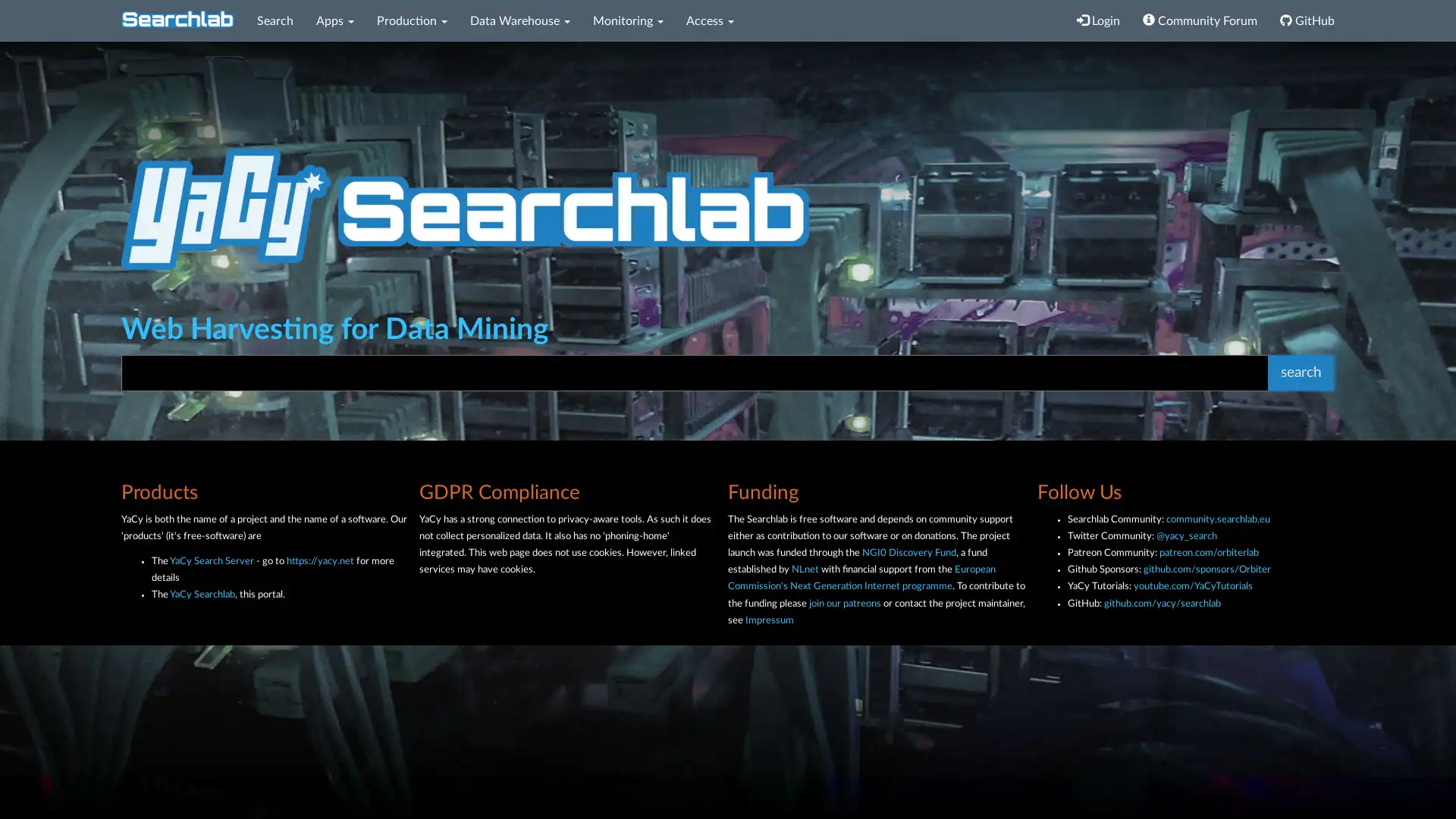 The height and width of the screenshot is (819, 1456). What do you see at coordinates (1301, 373) in the screenshot?
I see `search` at bounding box center [1301, 373].